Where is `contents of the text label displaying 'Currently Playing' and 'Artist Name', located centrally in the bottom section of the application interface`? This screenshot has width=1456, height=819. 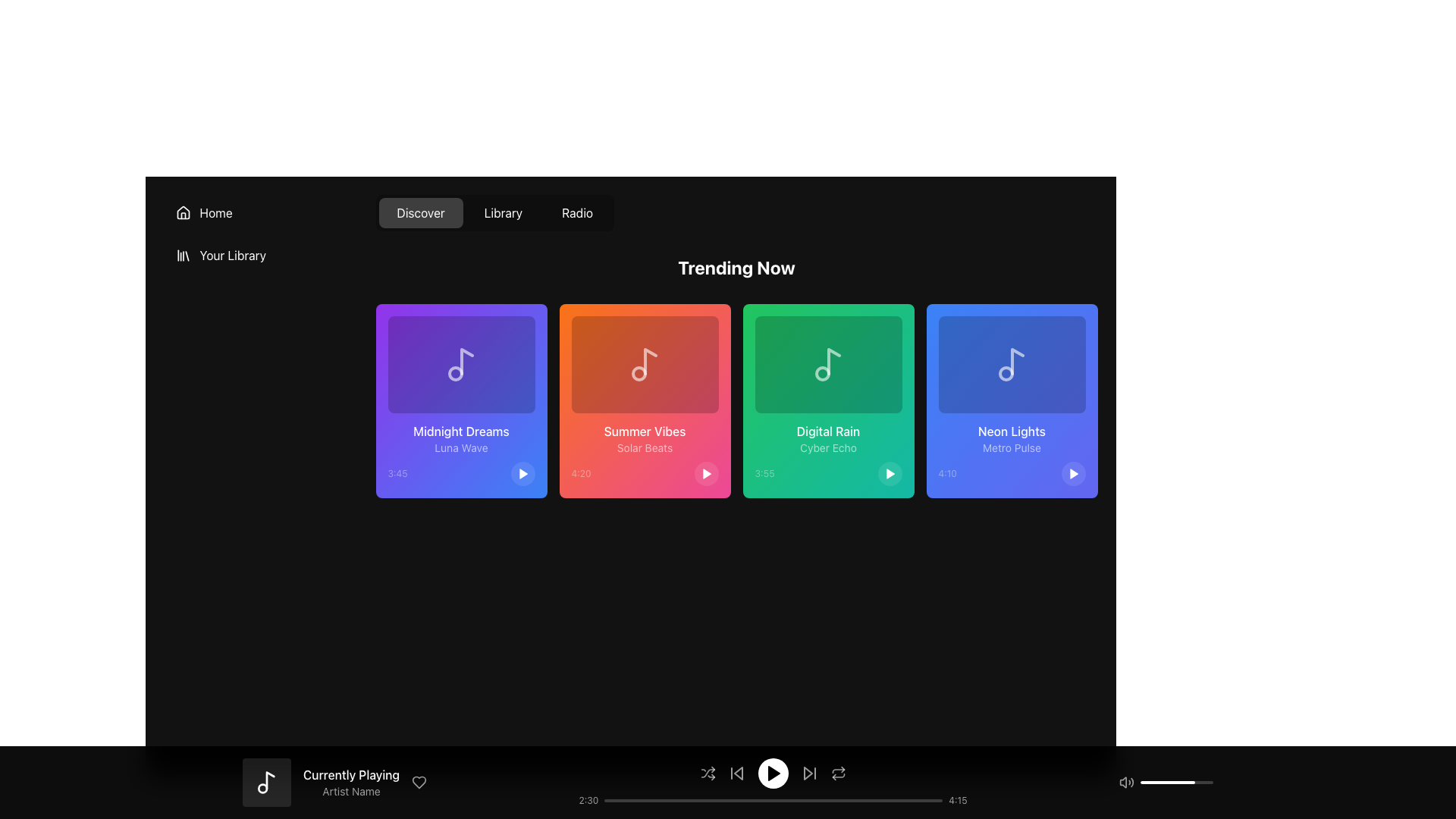
contents of the text label displaying 'Currently Playing' and 'Artist Name', located centrally in the bottom section of the application interface is located at coordinates (350, 783).